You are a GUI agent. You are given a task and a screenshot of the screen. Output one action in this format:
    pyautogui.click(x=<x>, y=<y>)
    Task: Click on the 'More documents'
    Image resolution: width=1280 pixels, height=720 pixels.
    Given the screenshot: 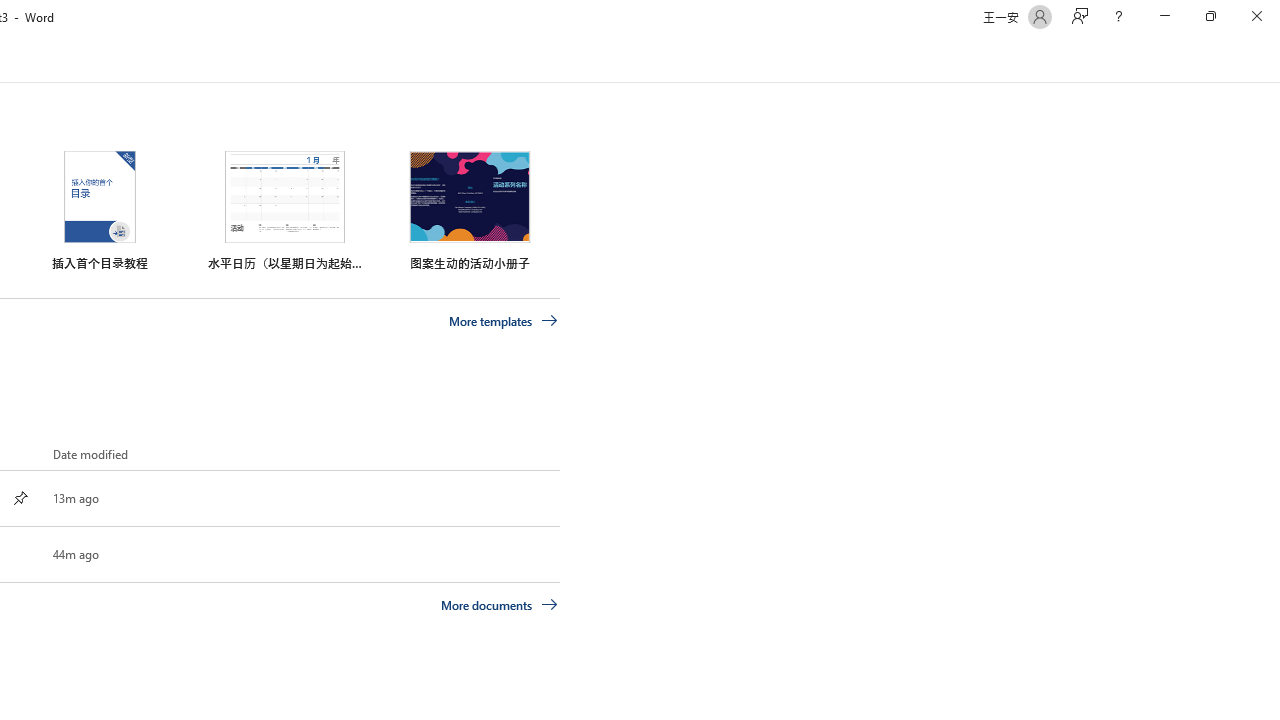 What is the action you would take?
    pyautogui.click(x=499, y=603)
    